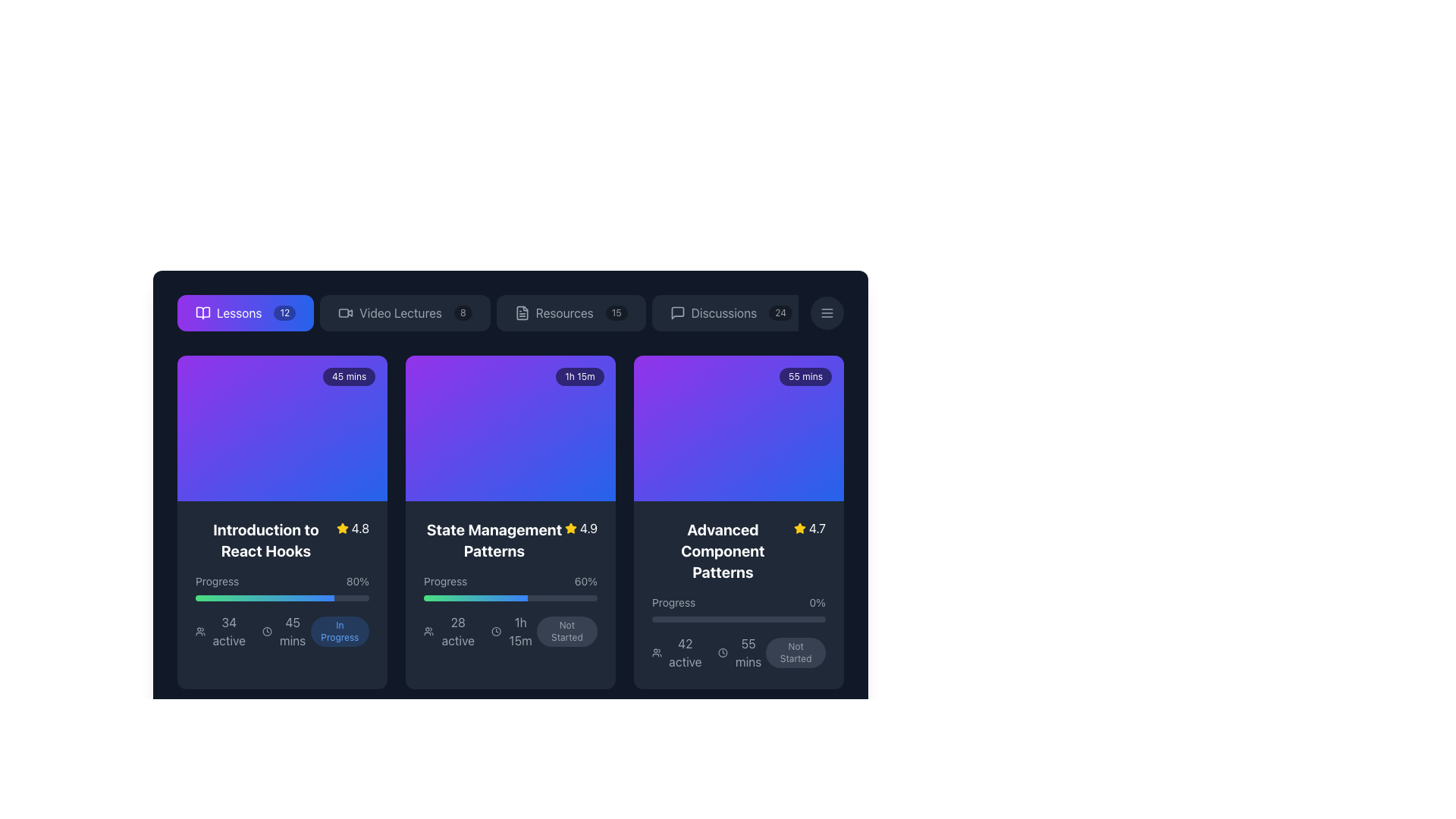 Image resolution: width=1456 pixels, height=819 pixels. Describe the element at coordinates (739, 551) in the screenshot. I see `the informative text element displaying 'Advanced Component Patterns' with a yellow star icon and rating '4.7', located at the bottom of the third card in a horizontally aligned card group` at that location.